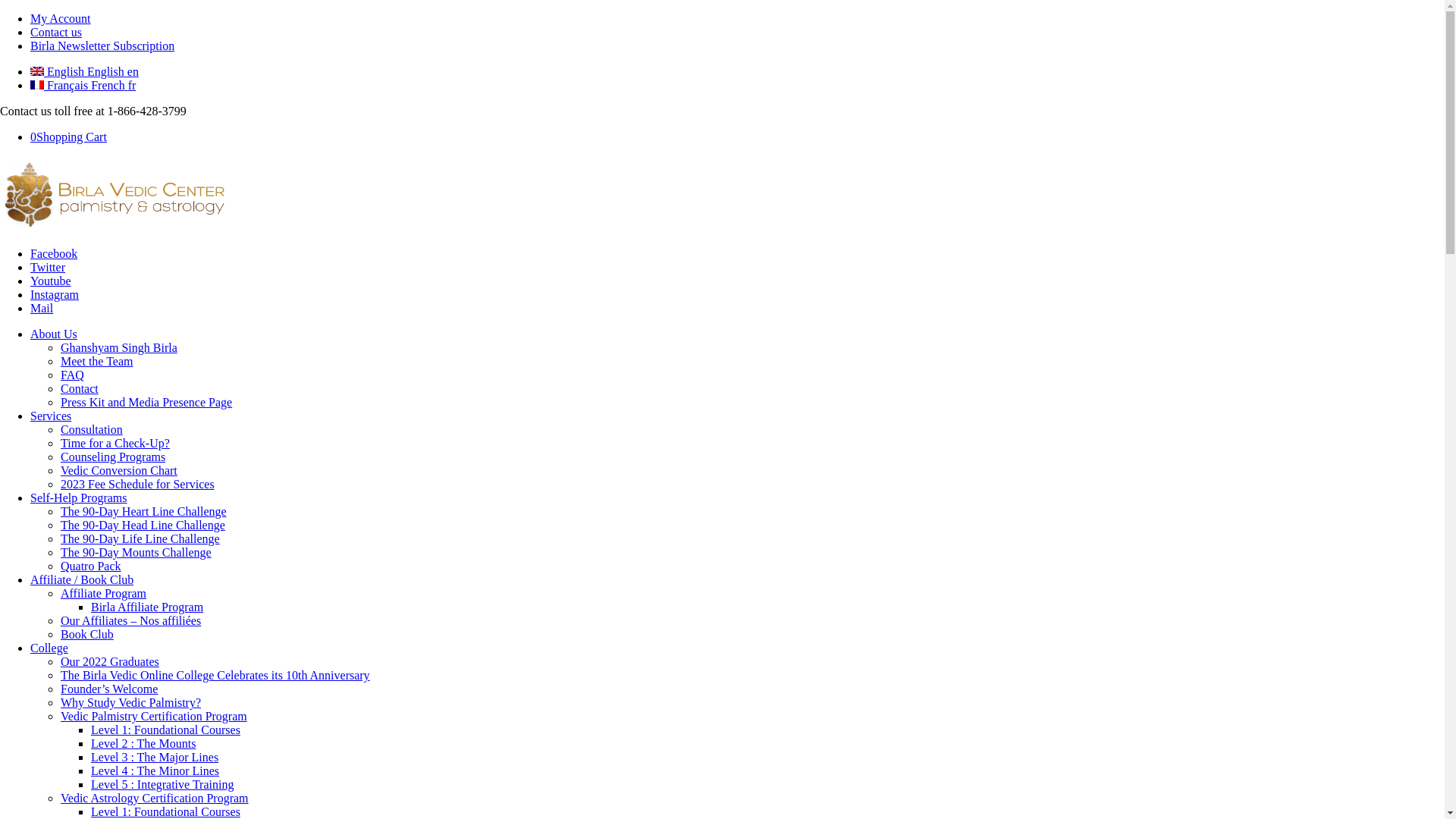  Describe the element at coordinates (78, 497) in the screenshot. I see `'Self-Help Programs'` at that location.